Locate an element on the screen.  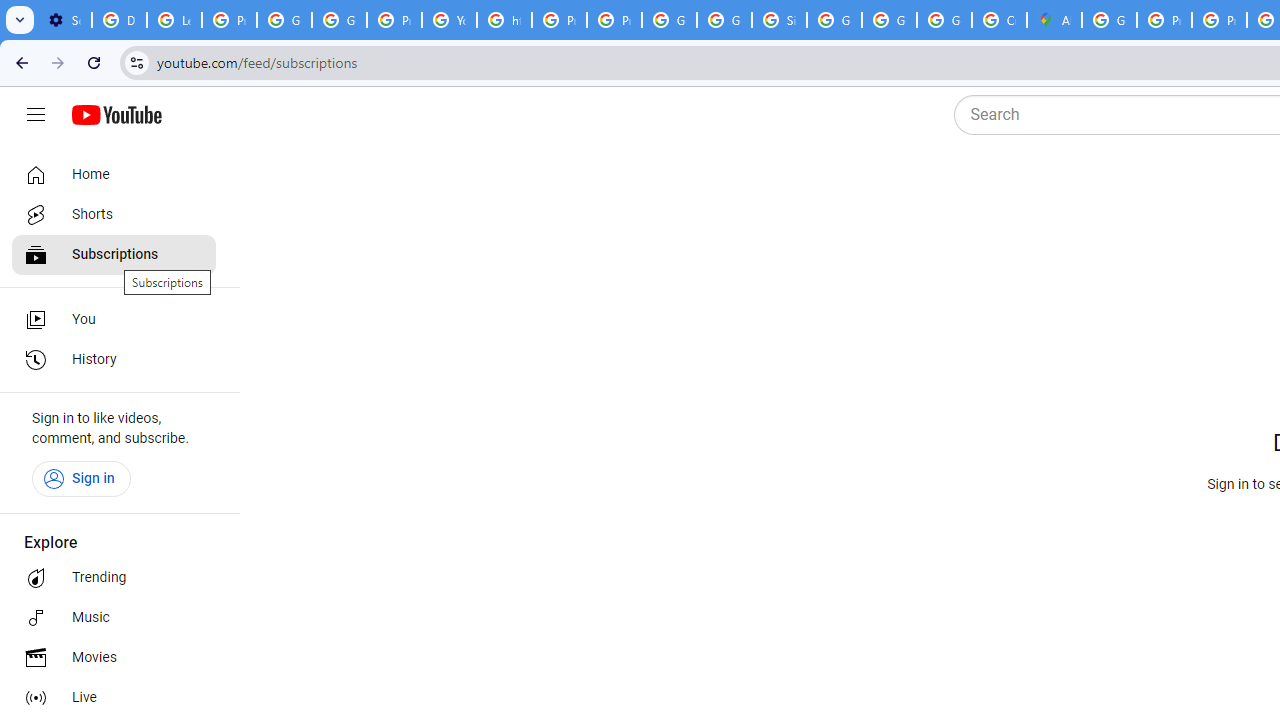
'Guide' is located at coordinates (35, 115).